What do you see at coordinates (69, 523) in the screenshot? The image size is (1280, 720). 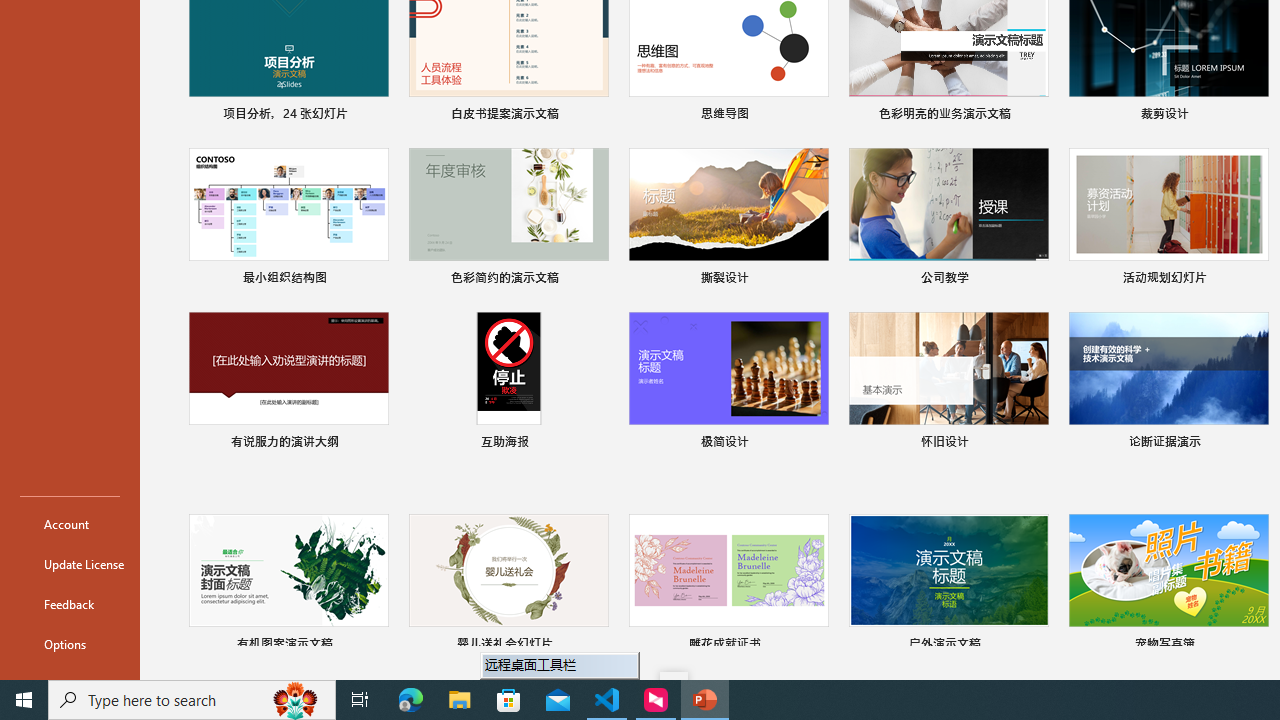 I see `'Account'` at bounding box center [69, 523].